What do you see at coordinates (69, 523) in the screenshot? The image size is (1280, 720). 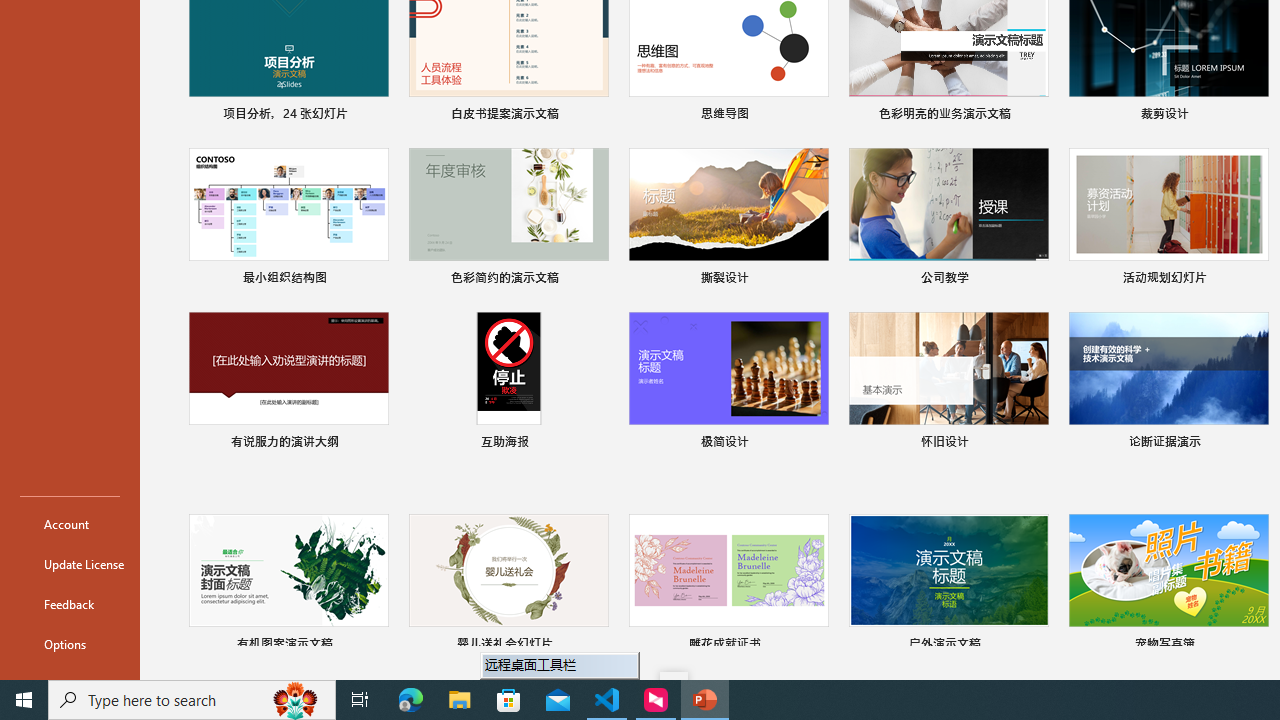 I see `'Account'` at bounding box center [69, 523].